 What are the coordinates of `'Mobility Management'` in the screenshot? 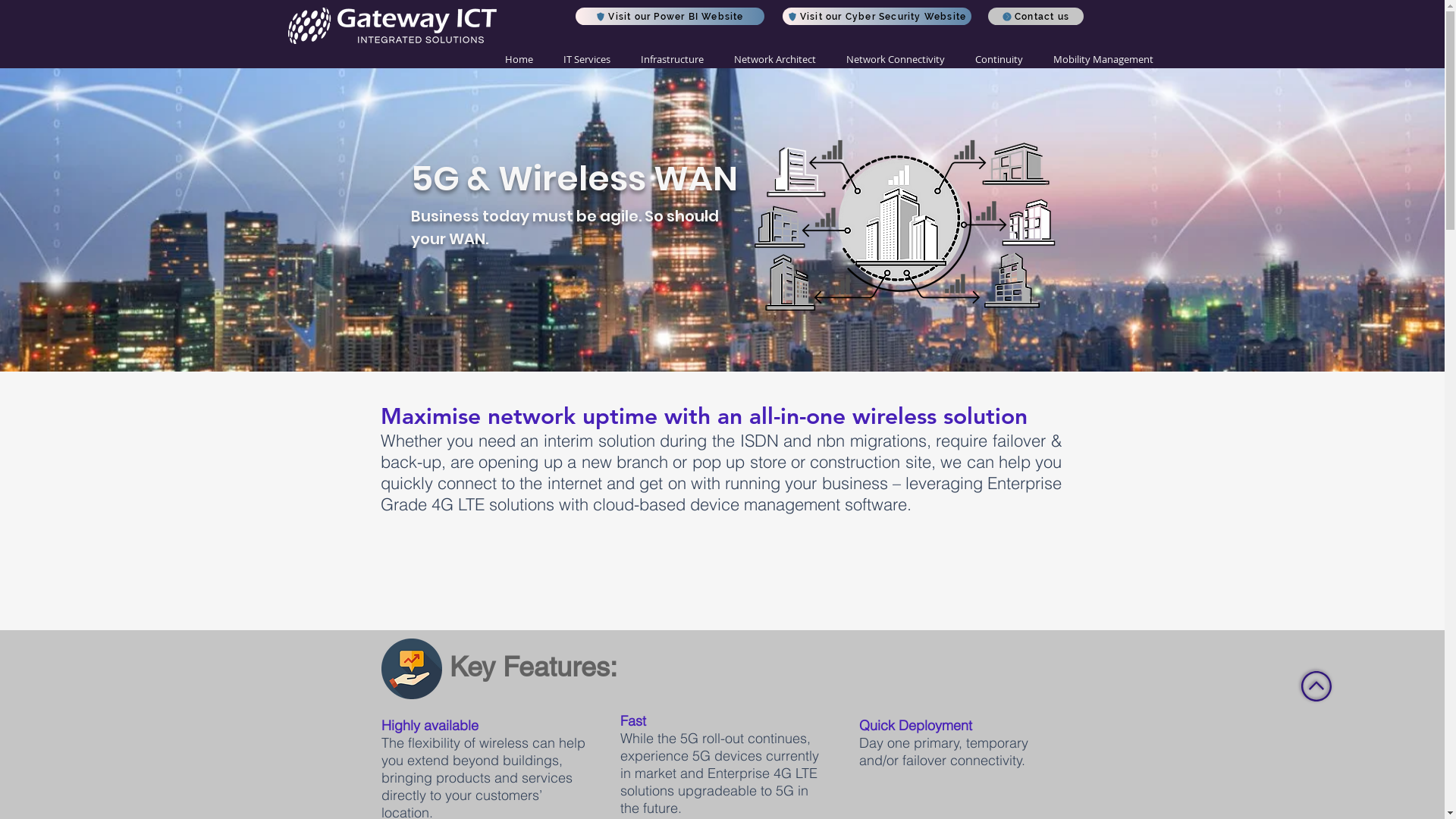 It's located at (1037, 58).